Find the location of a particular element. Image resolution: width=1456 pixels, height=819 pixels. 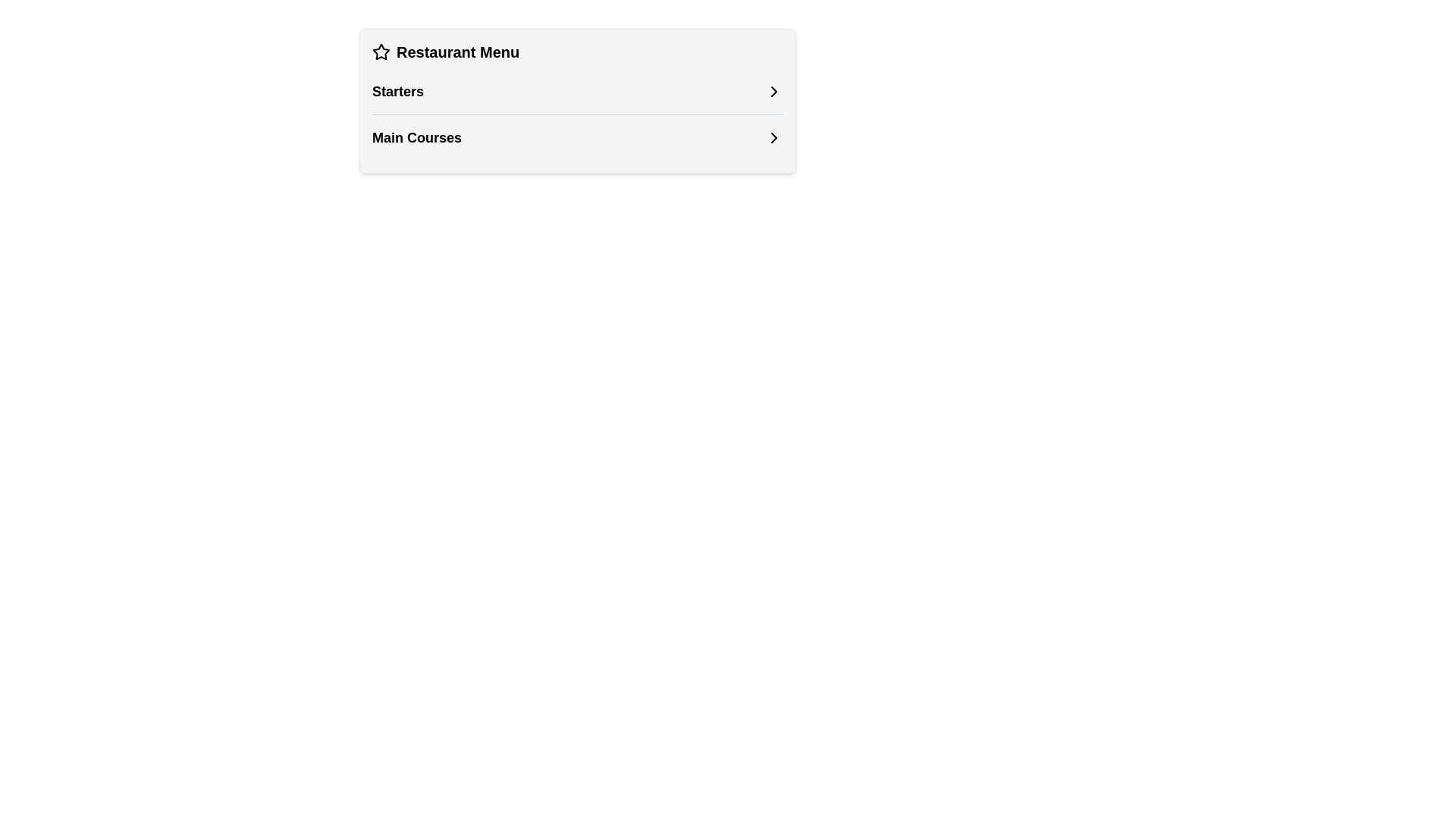

the 'Starters' menu item, which is styled with a large bold font and is positioned between 'Restaurant Menu' and 'Main Courses' is located at coordinates (397, 91).